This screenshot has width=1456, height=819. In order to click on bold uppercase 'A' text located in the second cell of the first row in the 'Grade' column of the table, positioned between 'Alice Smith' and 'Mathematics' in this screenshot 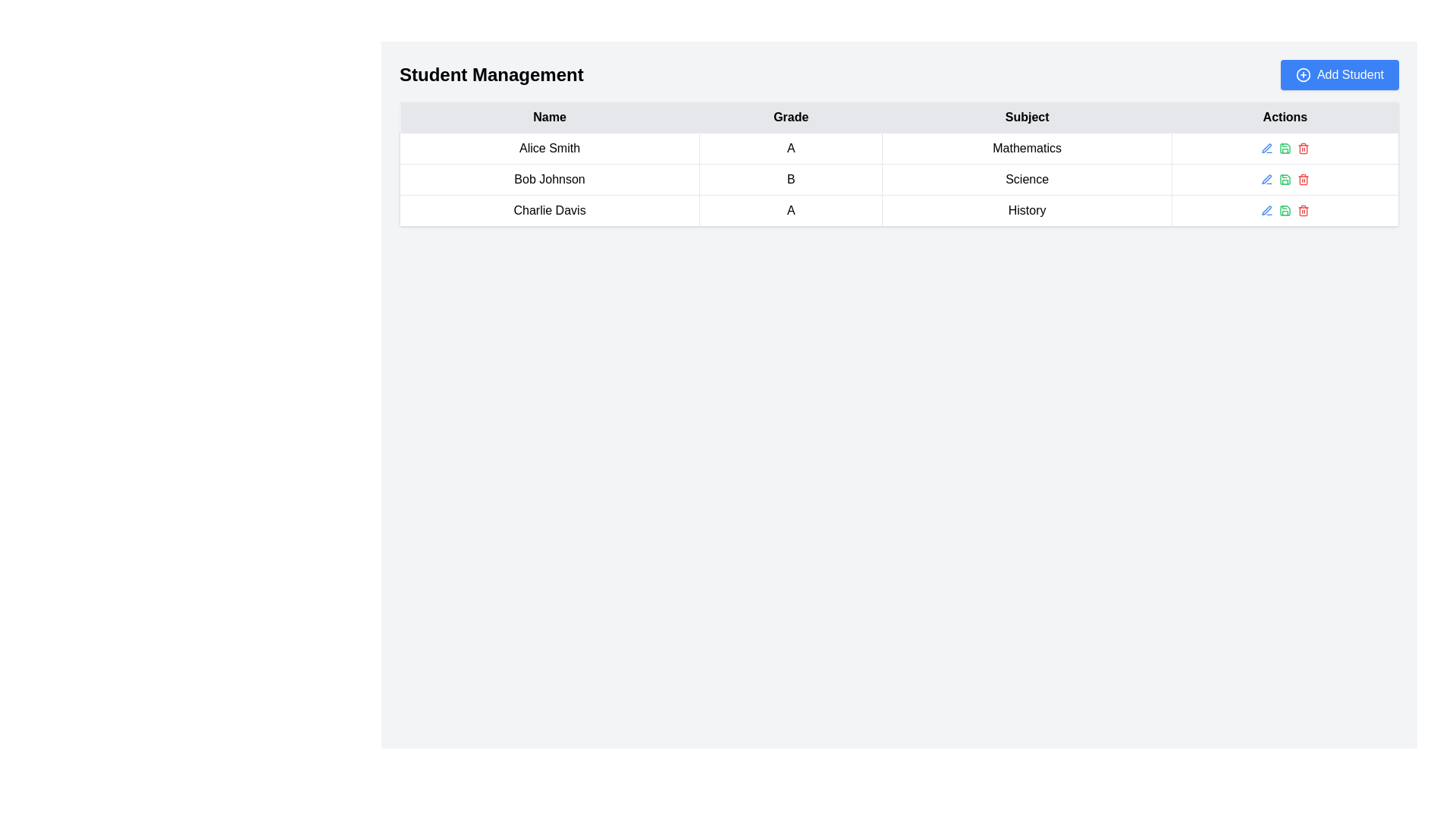, I will do `click(790, 149)`.